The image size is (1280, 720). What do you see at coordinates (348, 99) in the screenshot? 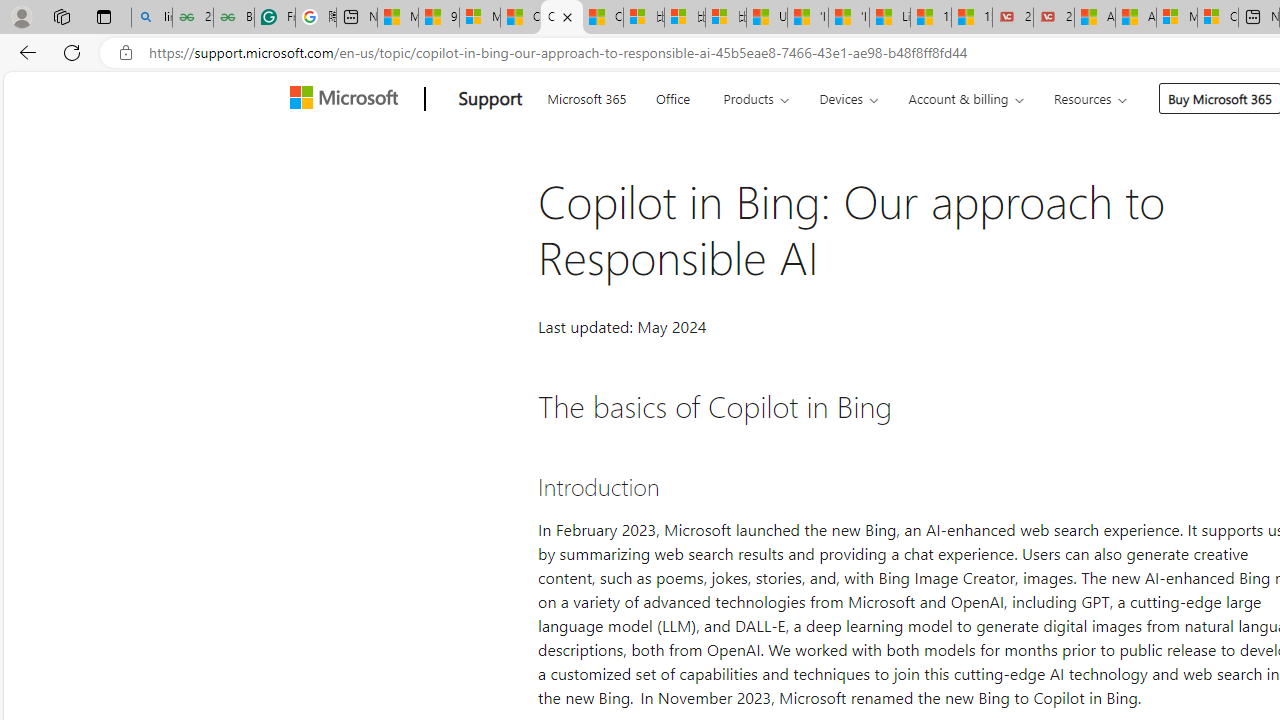
I see `'Microsoft'` at bounding box center [348, 99].